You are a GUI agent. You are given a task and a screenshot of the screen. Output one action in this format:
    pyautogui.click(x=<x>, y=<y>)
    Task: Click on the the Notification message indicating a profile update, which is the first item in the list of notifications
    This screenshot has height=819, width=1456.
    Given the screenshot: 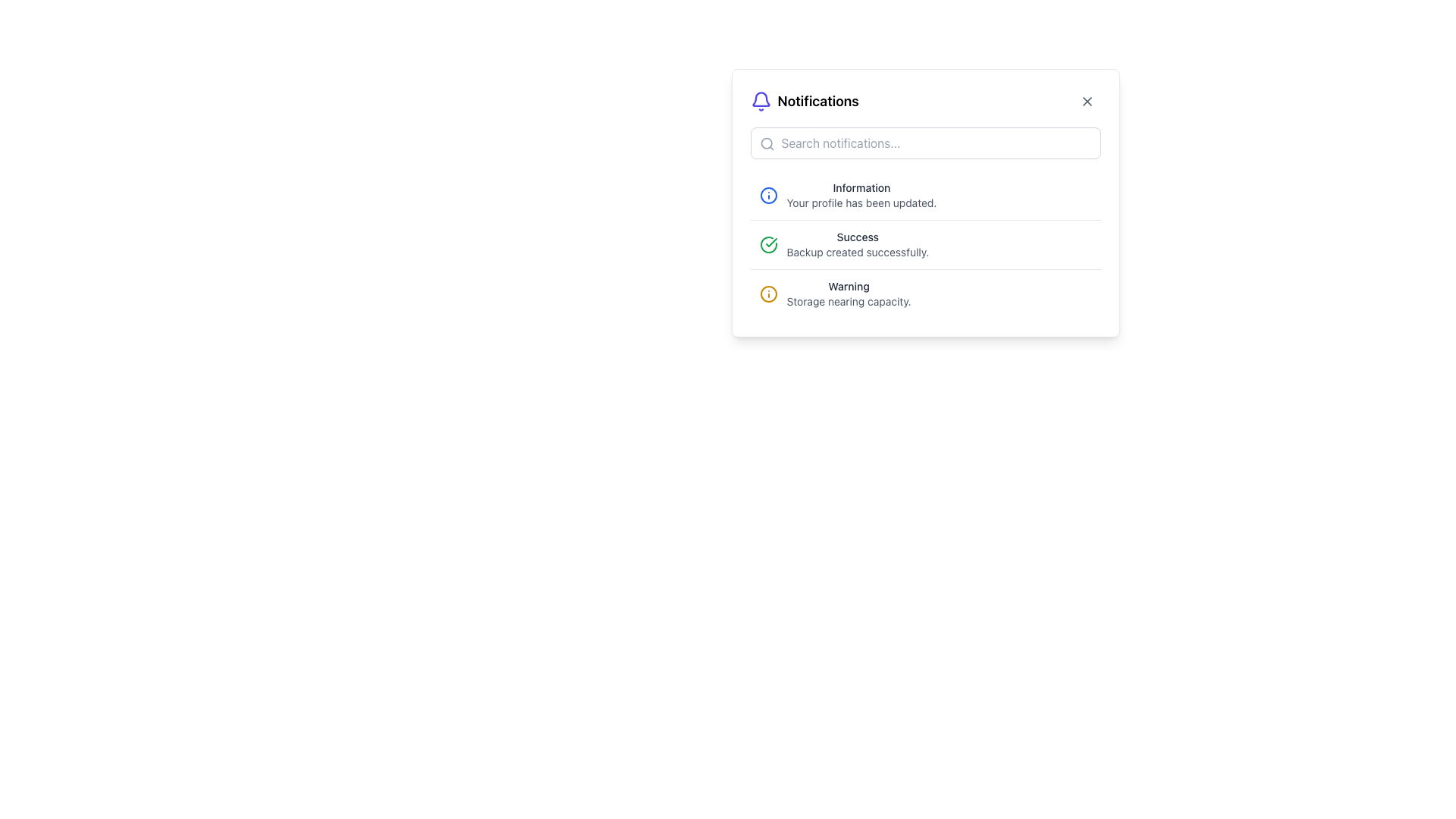 What is the action you would take?
    pyautogui.click(x=924, y=195)
    